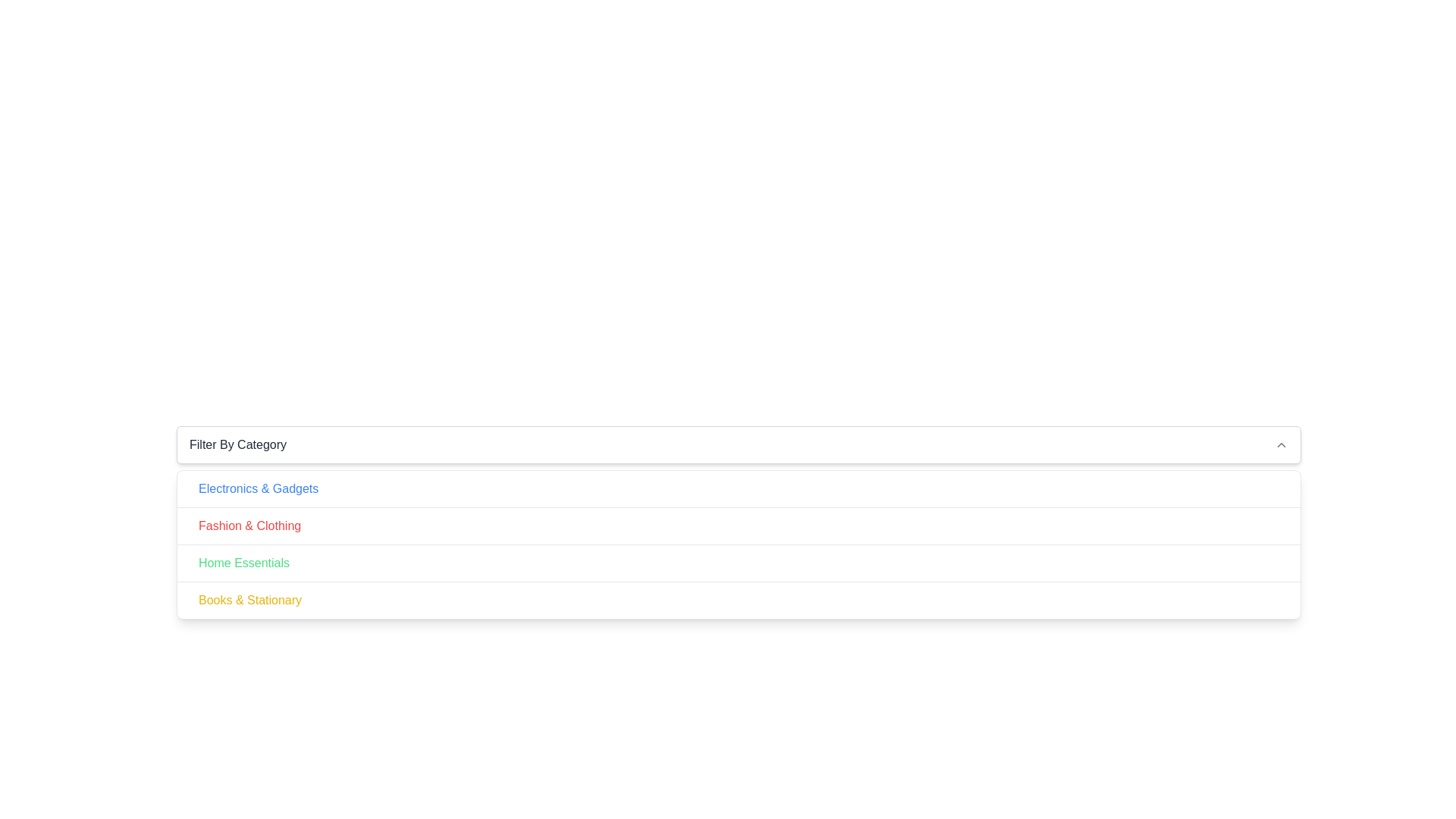  Describe the element at coordinates (739, 525) in the screenshot. I see `the 'Fashion & Clothing' list item, which is the second item in a vertical list of categories` at that location.